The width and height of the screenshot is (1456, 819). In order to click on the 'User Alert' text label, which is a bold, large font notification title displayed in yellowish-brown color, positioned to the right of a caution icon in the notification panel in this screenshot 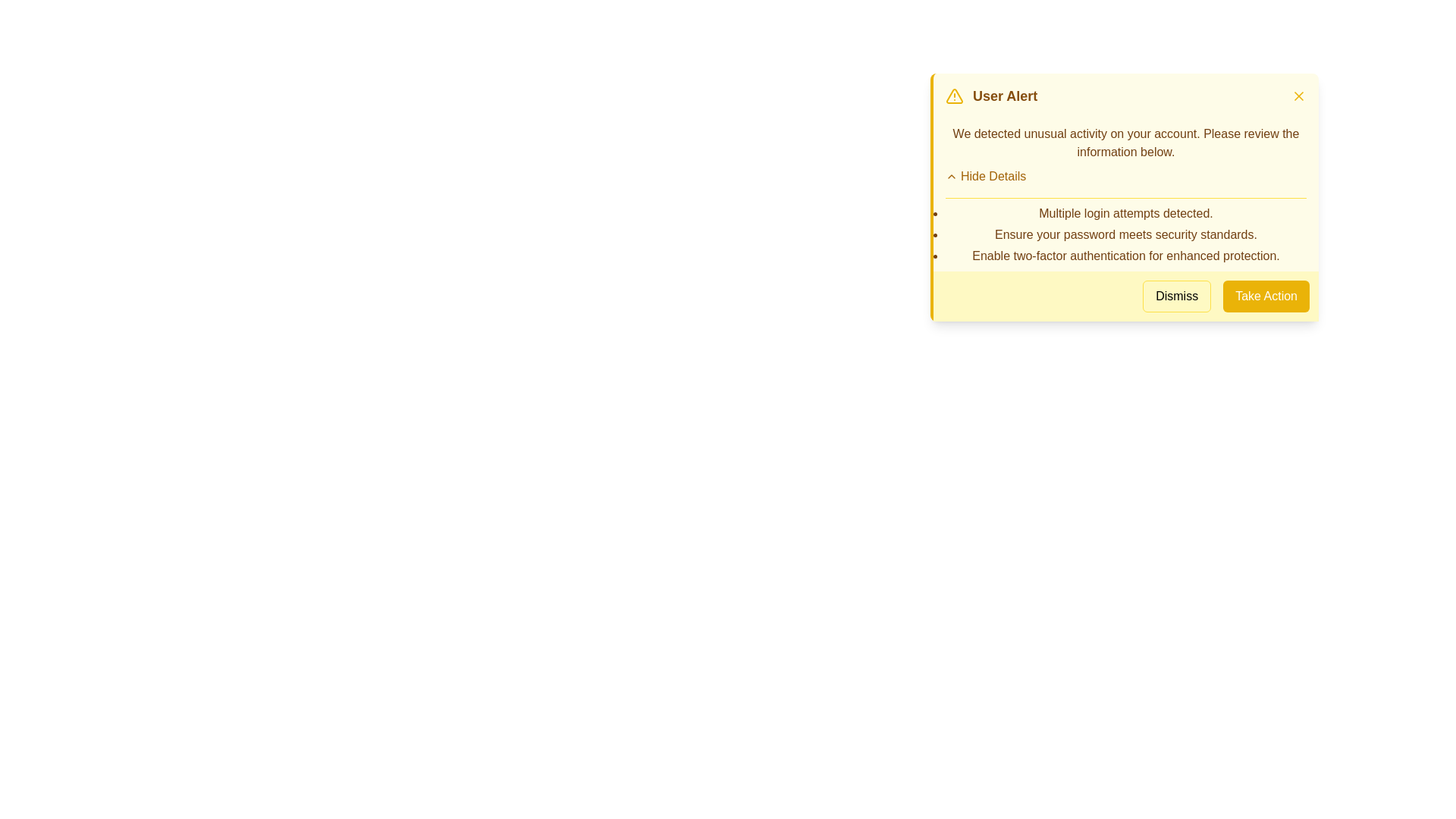, I will do `click(1005, 96)`.